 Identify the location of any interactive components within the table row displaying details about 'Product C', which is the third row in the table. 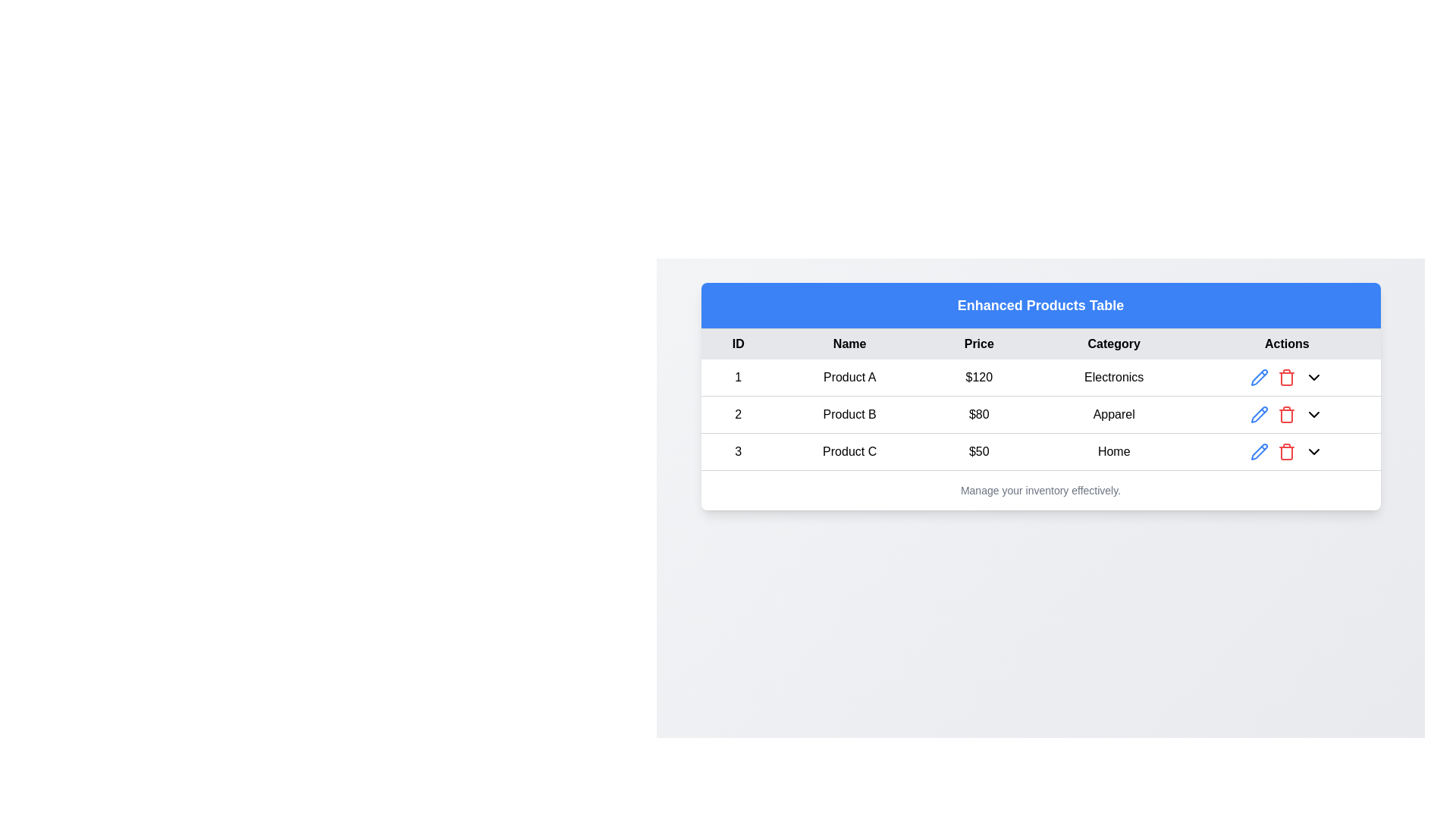
(1040, 451).